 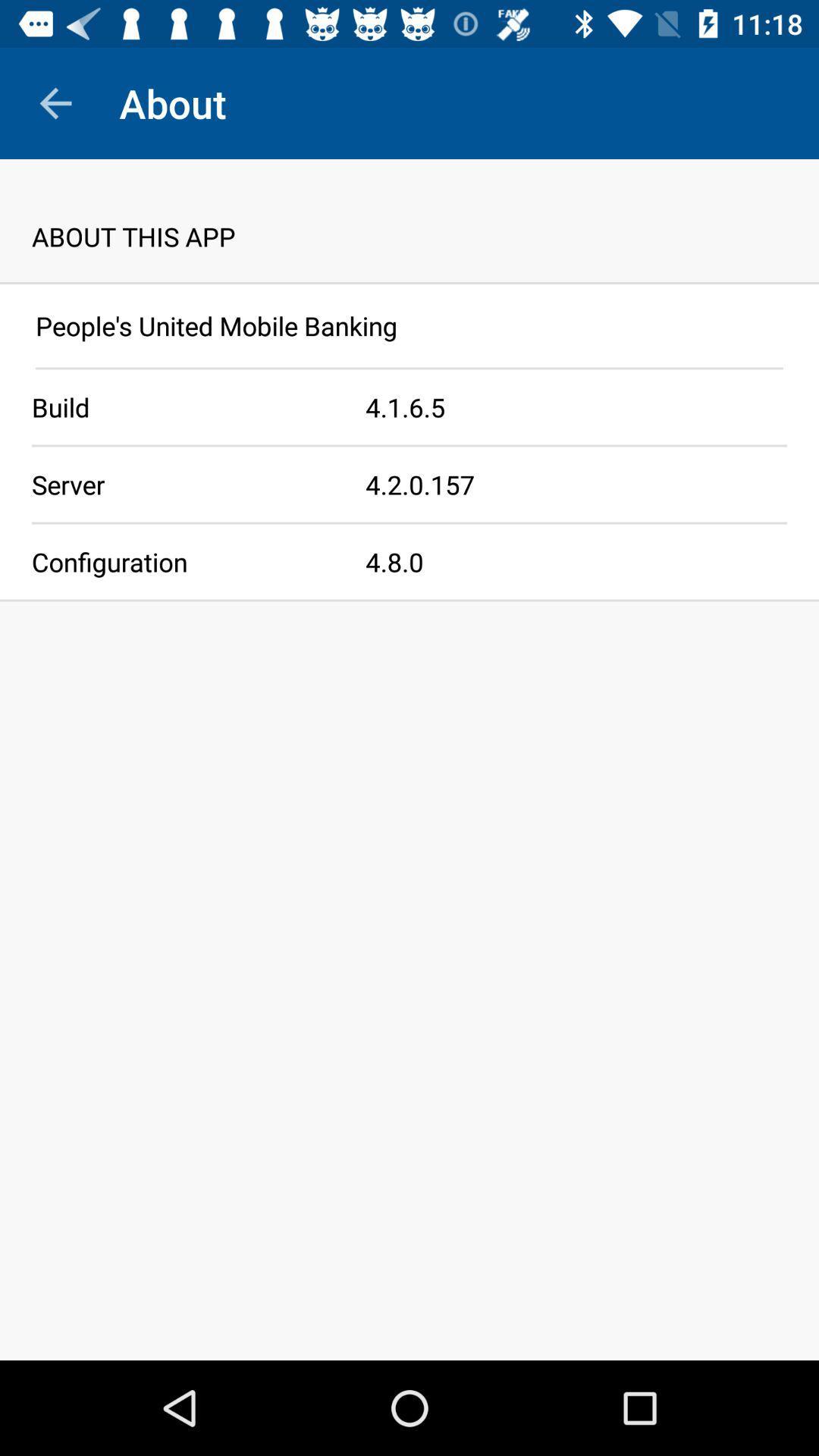 I want to click on app to the left of 4 1 6 icon, so click(x=182, y=407).